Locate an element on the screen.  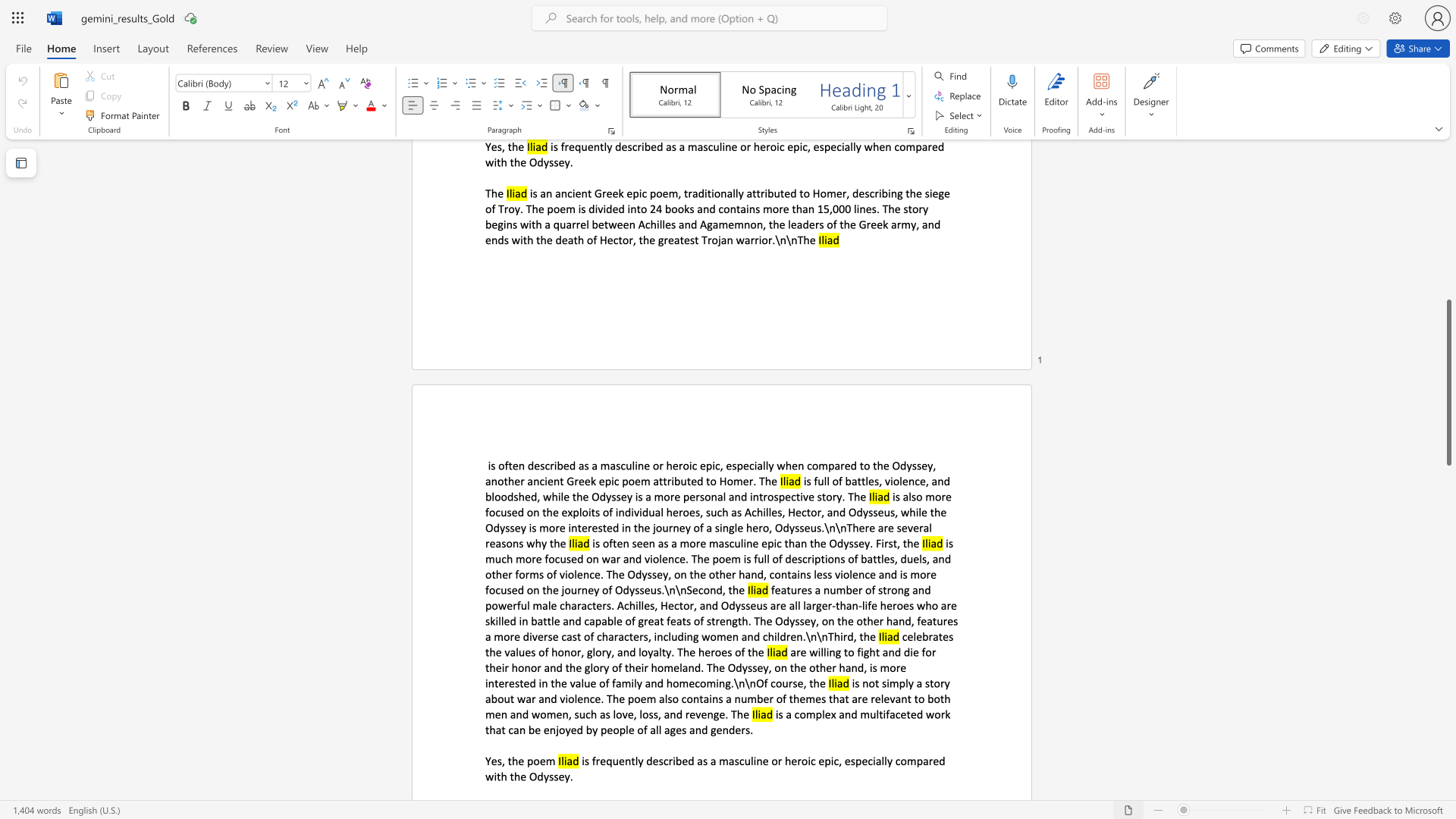
the scrollbar and move down 710 pixels is located at coordinates (1448, 391).